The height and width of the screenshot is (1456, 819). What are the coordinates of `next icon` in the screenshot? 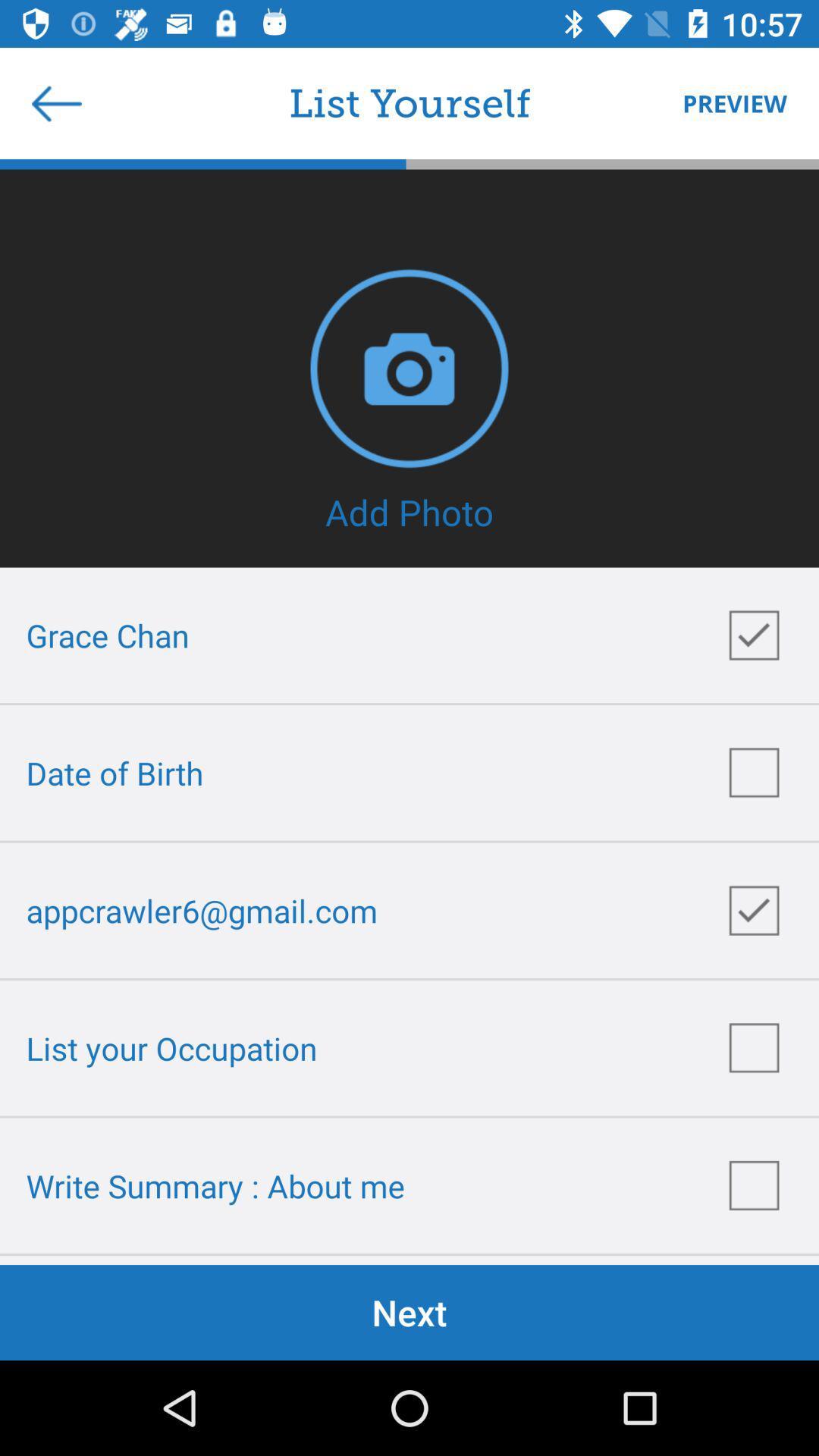 It's located at (409, 1312).